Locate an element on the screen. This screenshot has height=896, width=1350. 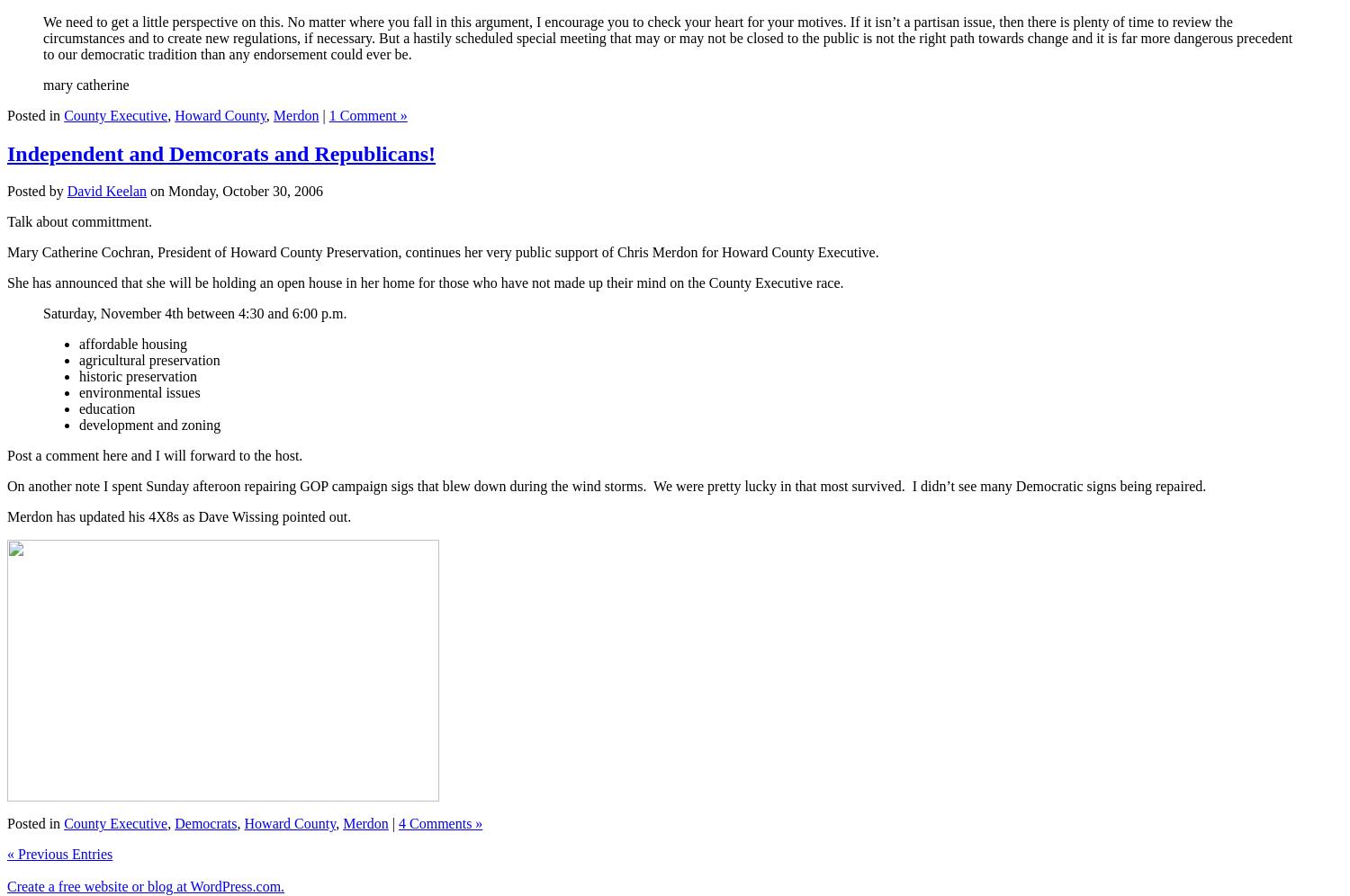
'Democrats' is located at coordinates (204, 823).